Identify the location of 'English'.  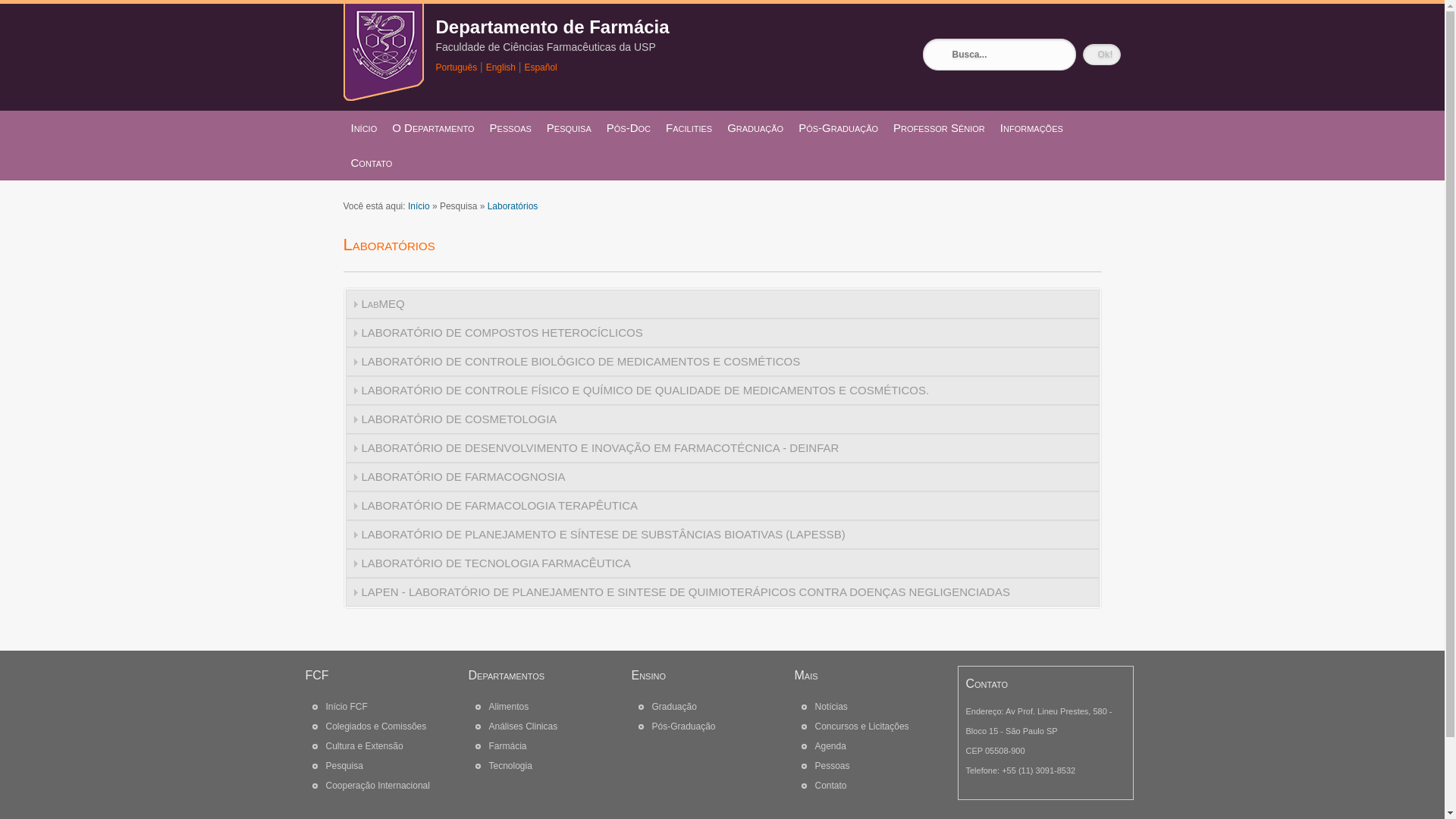
(500, 66).